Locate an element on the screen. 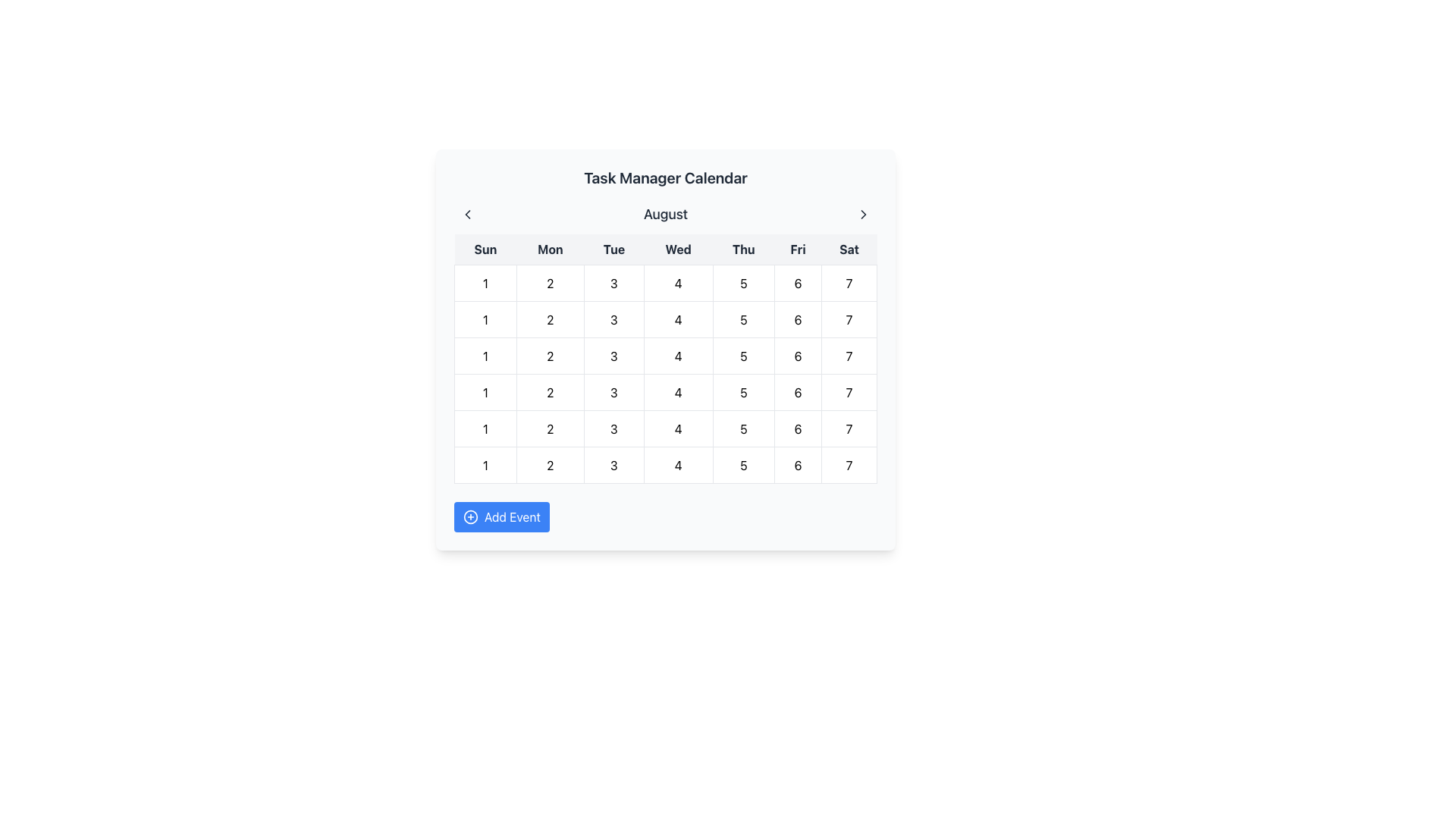 The width and height of the screenshot is (1456, 819). the Day cell in the calendar grid that is located in the fourth column under the 'Wed' header is located at coordinates (677, 356).